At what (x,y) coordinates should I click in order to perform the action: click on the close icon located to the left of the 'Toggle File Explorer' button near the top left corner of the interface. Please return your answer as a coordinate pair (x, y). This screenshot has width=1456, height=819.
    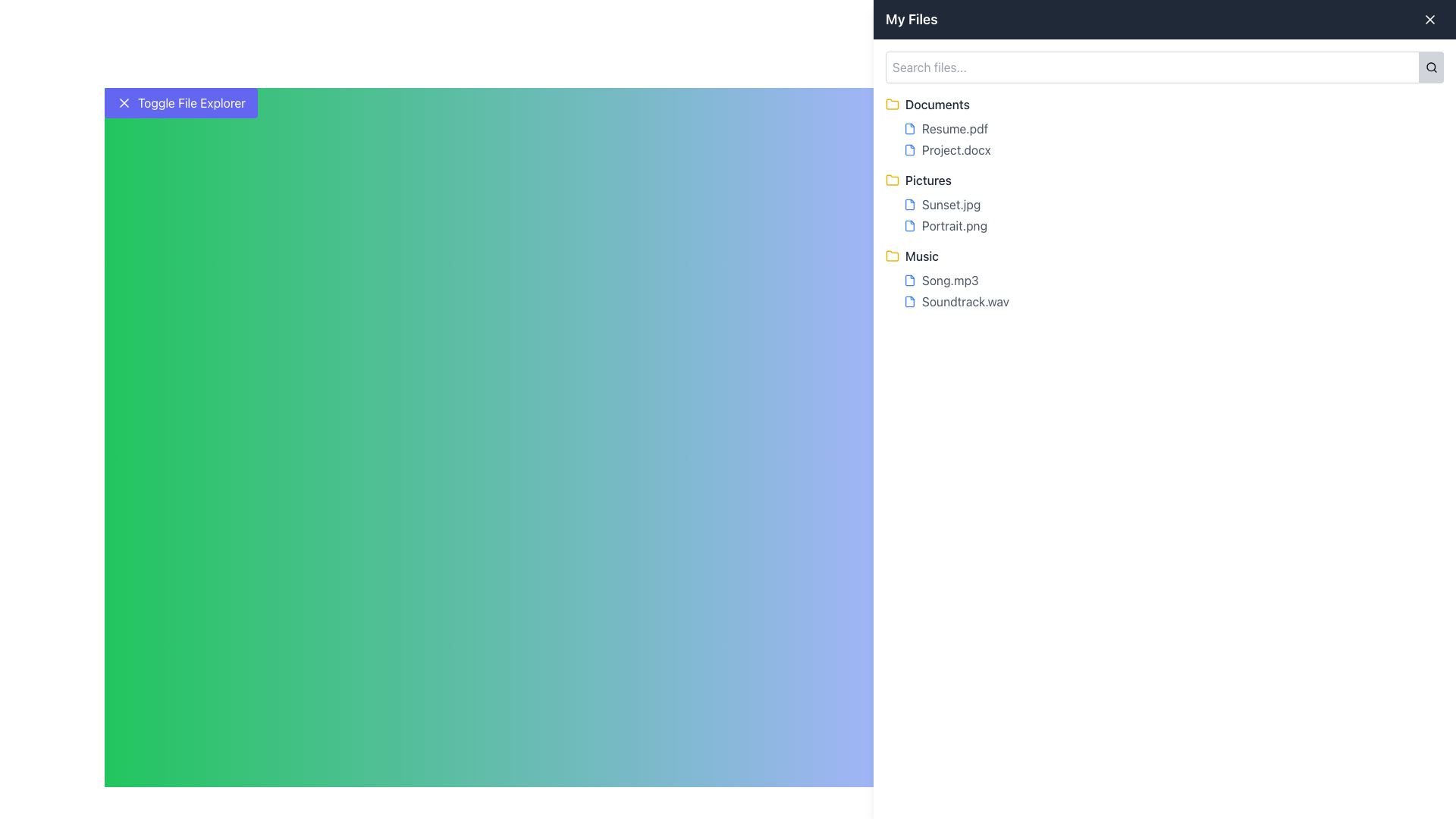
    Looking at the image, I should click on (124, 102).